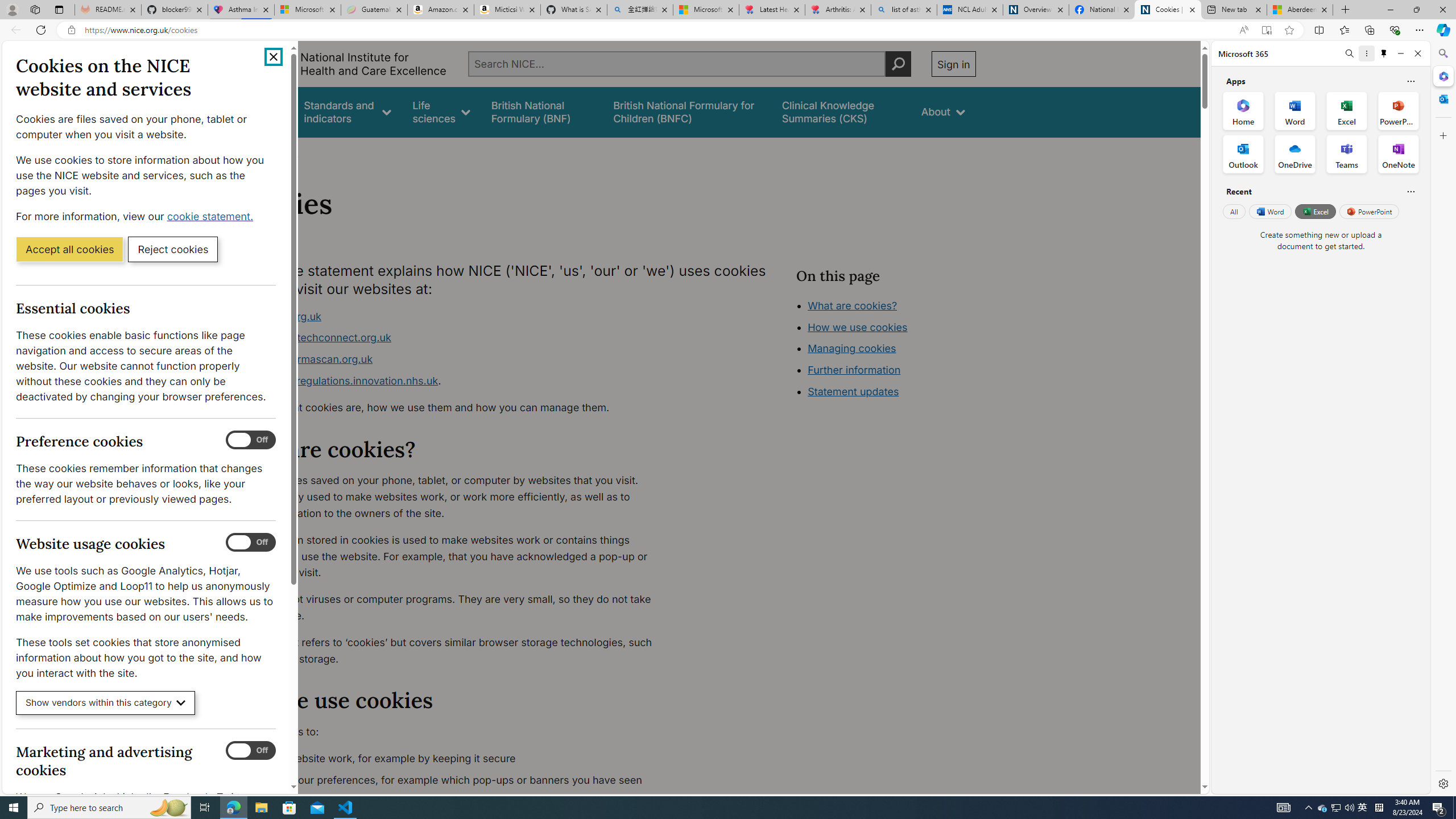  I want to click on 'British National Formulary for Children (BNFC)', so click(686, 111).